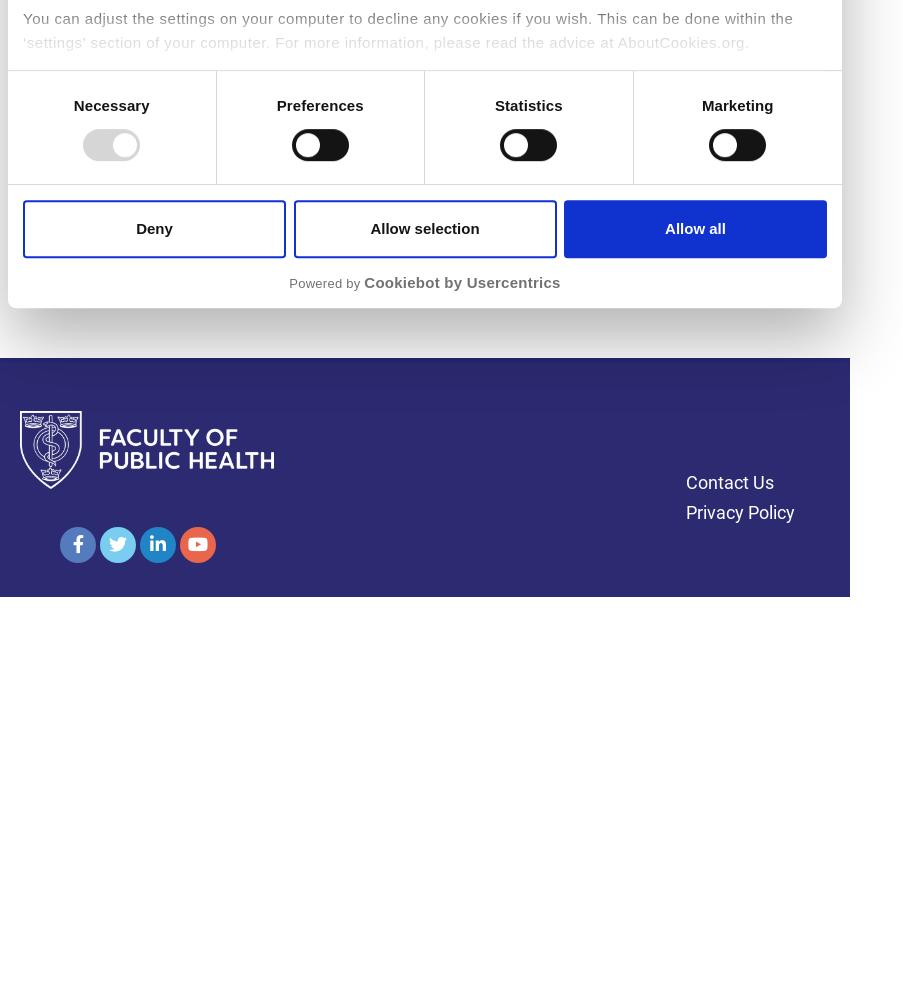 This screenshot has height=1000, width=903. I want to click on 'Preferences', so click(274, 104).